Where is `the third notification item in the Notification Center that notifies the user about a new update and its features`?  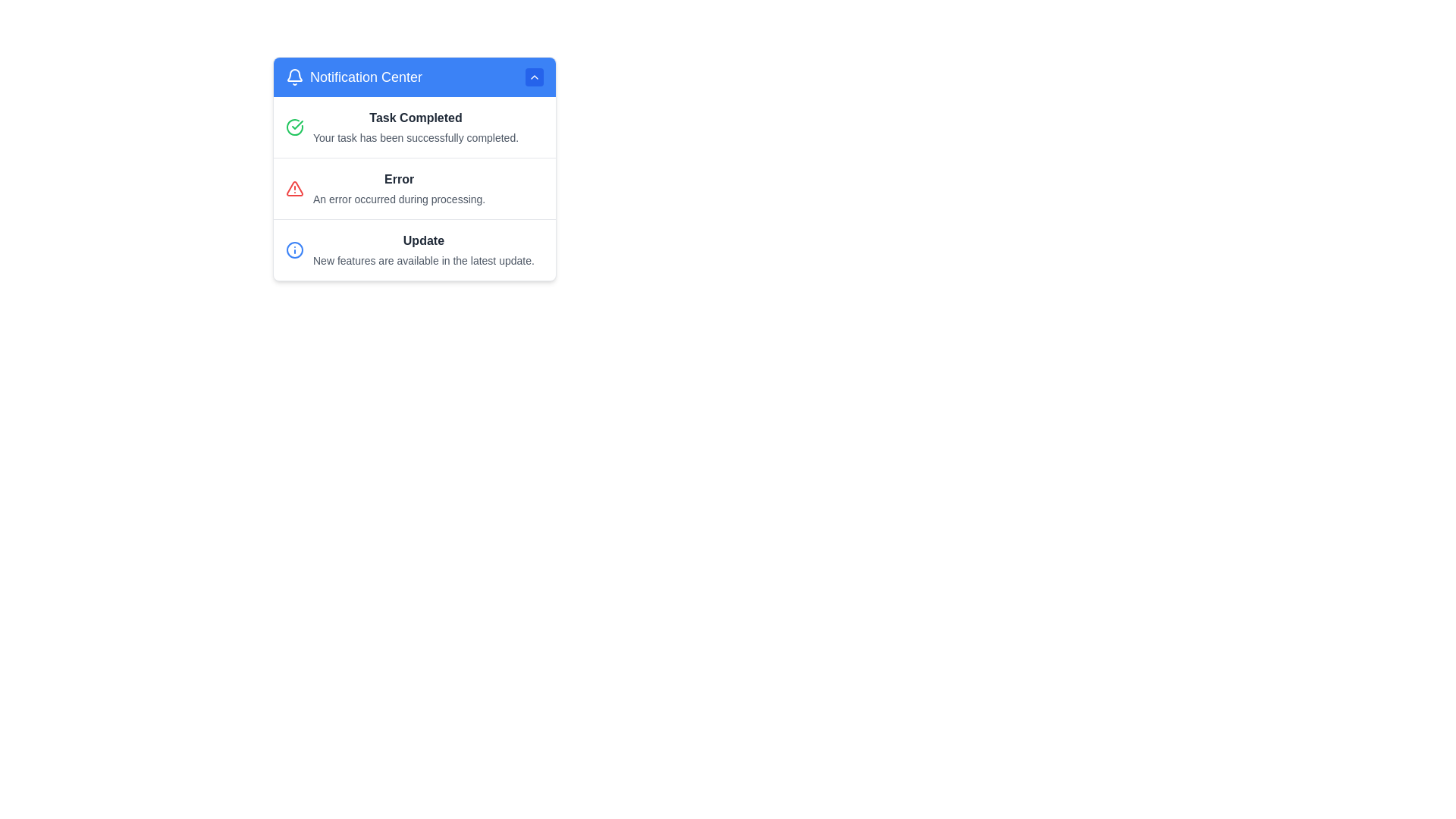
the third notification item in the Notification Center that notifies the user about a new update and its features is located at coordinates (415, 249).